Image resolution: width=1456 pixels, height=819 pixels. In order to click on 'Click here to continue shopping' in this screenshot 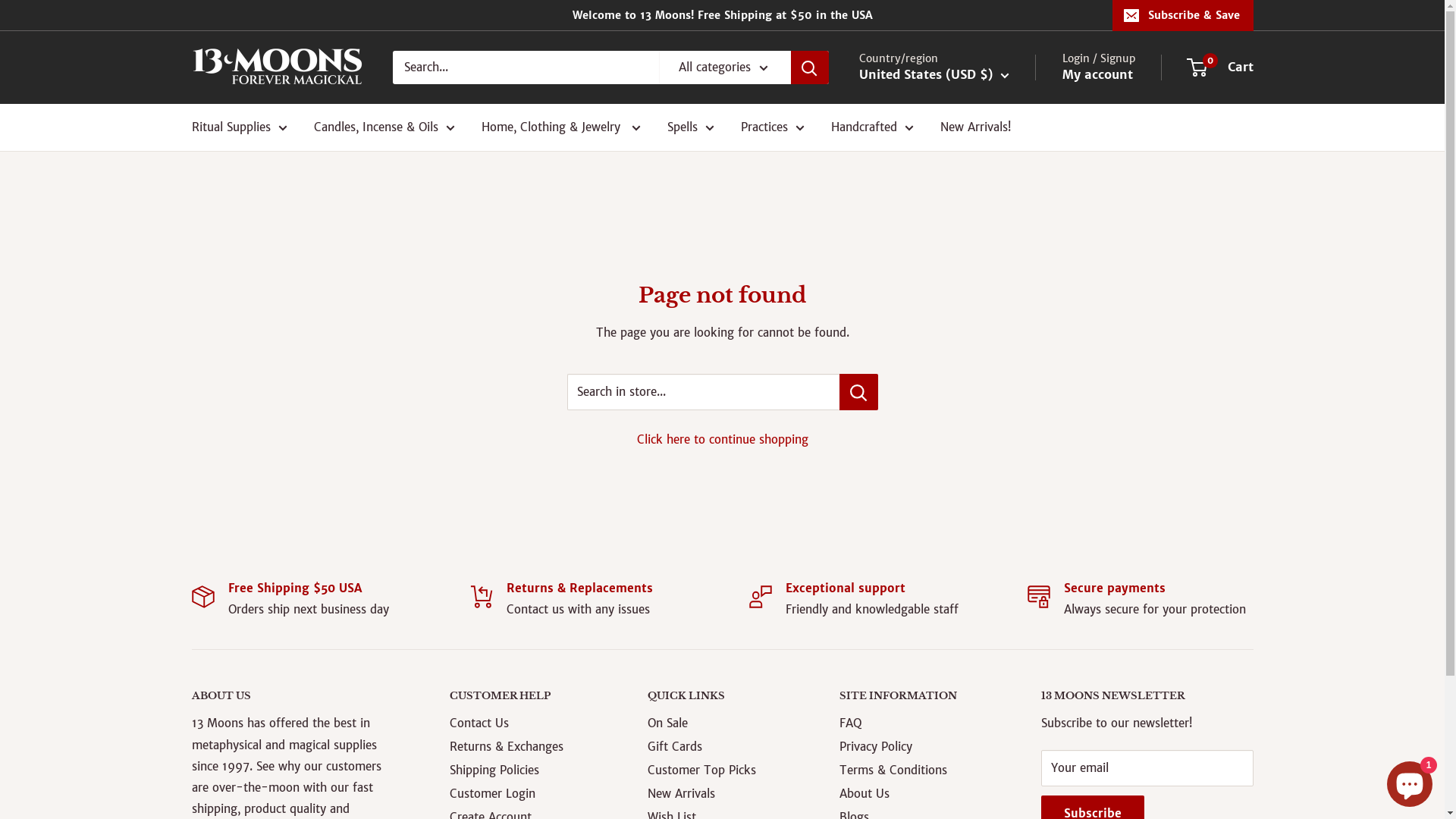, I will do `click(722, 439)`.